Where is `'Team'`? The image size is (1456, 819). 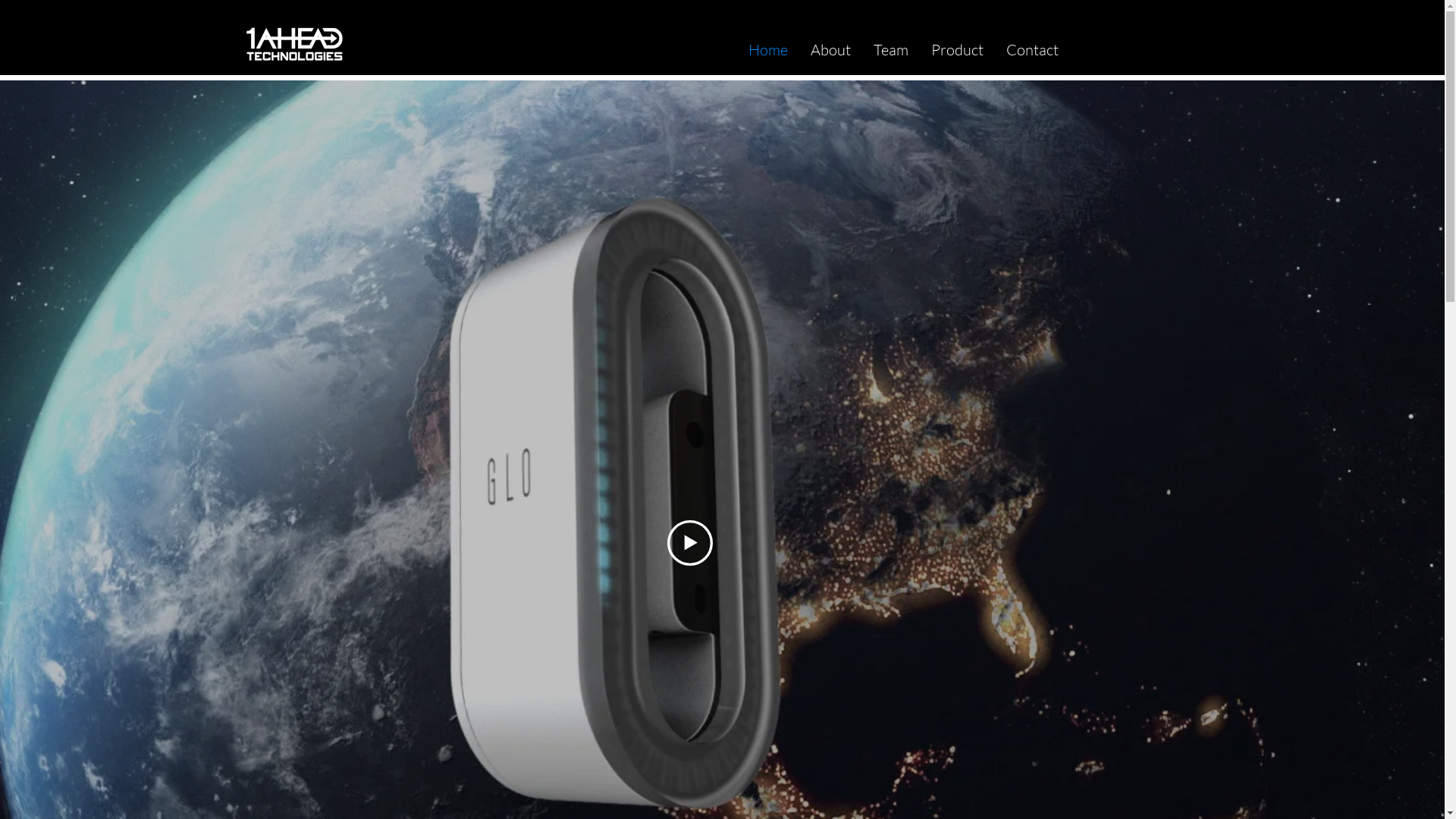 'Team' is located at coordinates (862, 49).